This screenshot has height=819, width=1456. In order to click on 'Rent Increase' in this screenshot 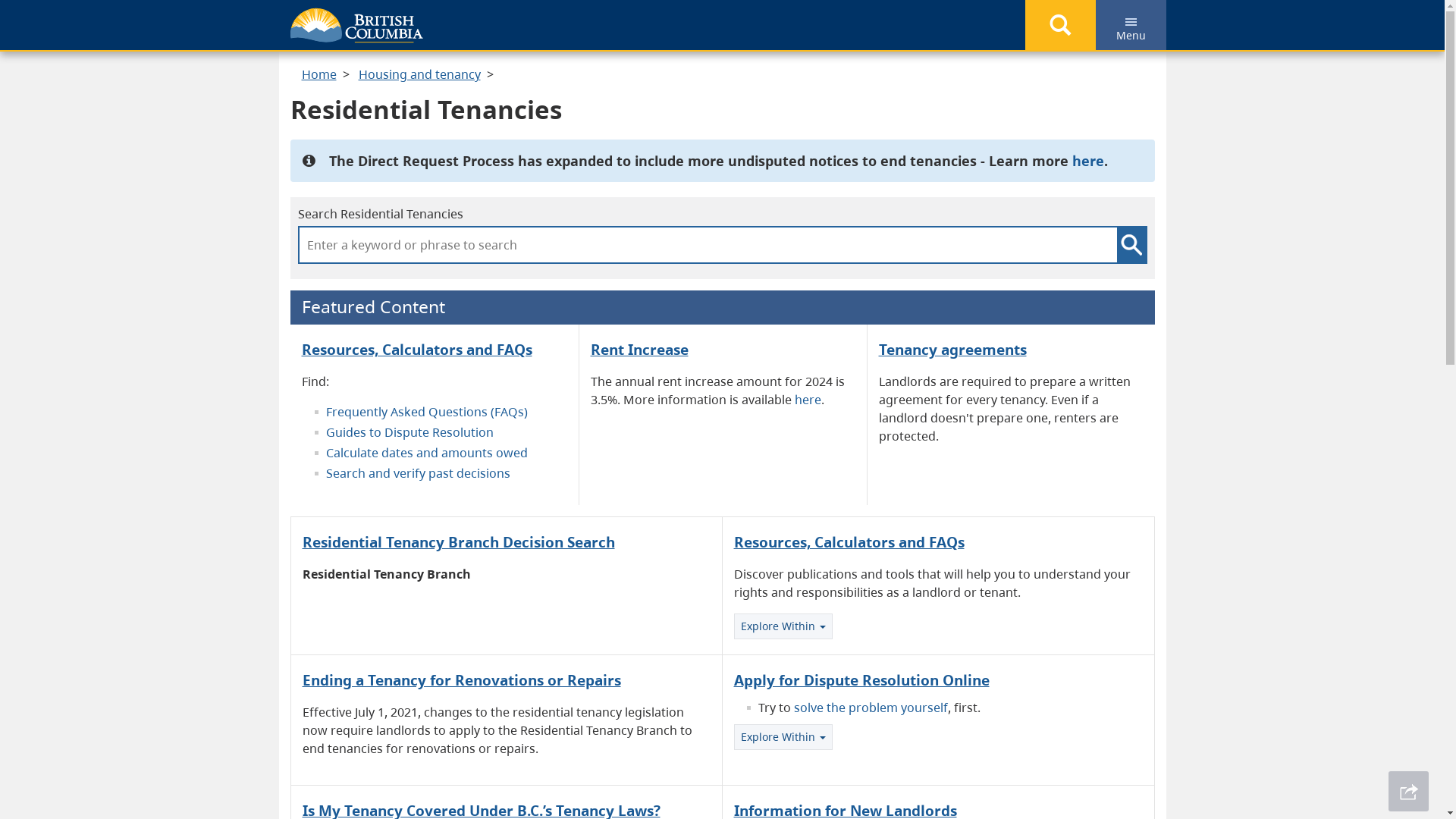, I will do `click(639, 349)`.